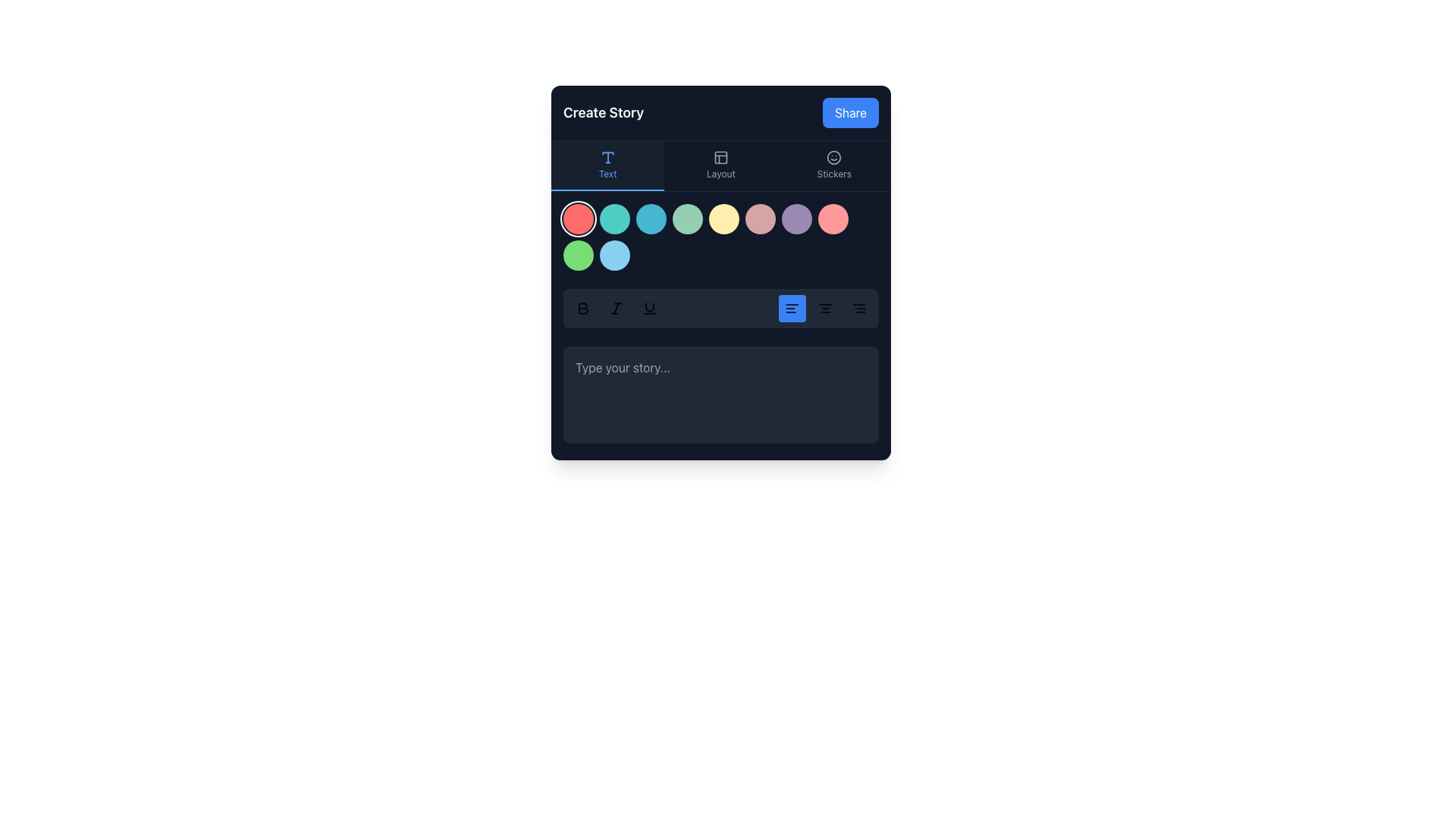 The image size is (1456, 819). Describe the element at coordinates (858, 308) in the screenshot. I see `the right alignment button in the text editor section of the 'Create Story' interface` at that location.